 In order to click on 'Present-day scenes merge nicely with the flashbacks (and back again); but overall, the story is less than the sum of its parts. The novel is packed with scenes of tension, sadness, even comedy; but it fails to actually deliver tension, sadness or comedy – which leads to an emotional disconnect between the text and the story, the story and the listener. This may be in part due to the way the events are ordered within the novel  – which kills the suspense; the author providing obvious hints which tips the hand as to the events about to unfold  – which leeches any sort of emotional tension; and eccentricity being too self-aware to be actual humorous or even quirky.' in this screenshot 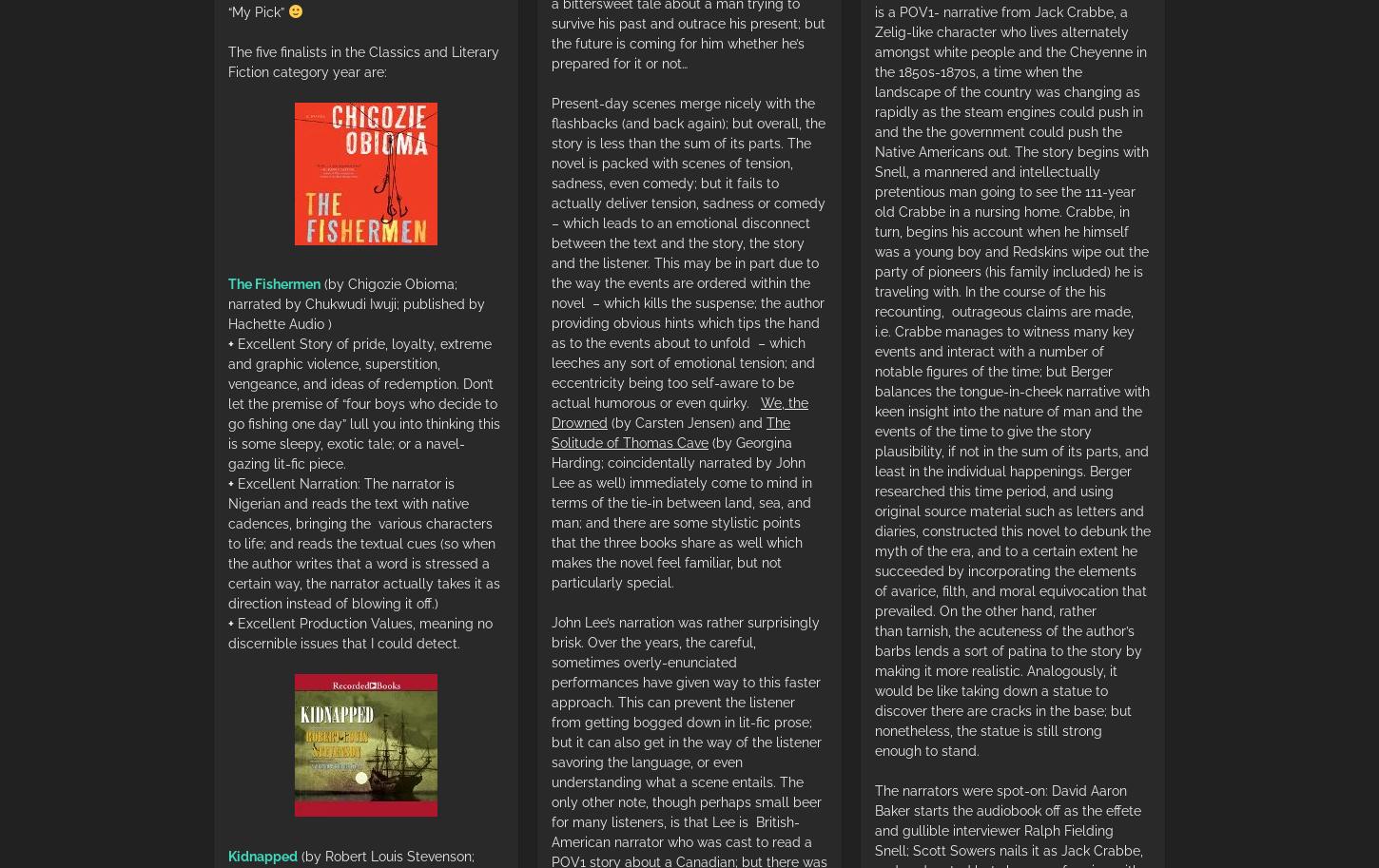, I will do `click(687, 252)`.